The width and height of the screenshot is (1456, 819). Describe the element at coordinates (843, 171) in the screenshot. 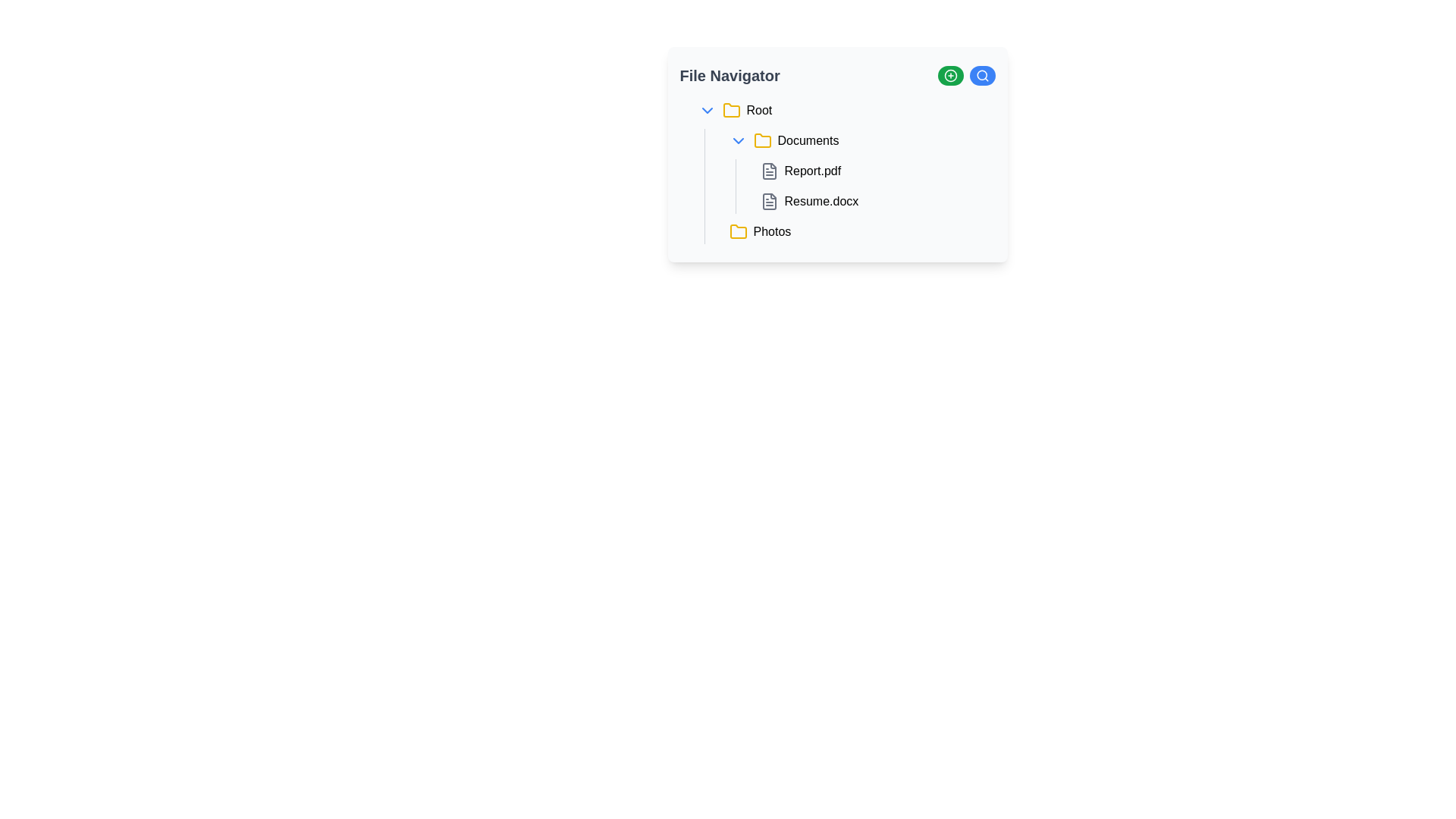

I see `the clickable file entry representing 'Report.pdf' in the 'Documents' directory` at that location.